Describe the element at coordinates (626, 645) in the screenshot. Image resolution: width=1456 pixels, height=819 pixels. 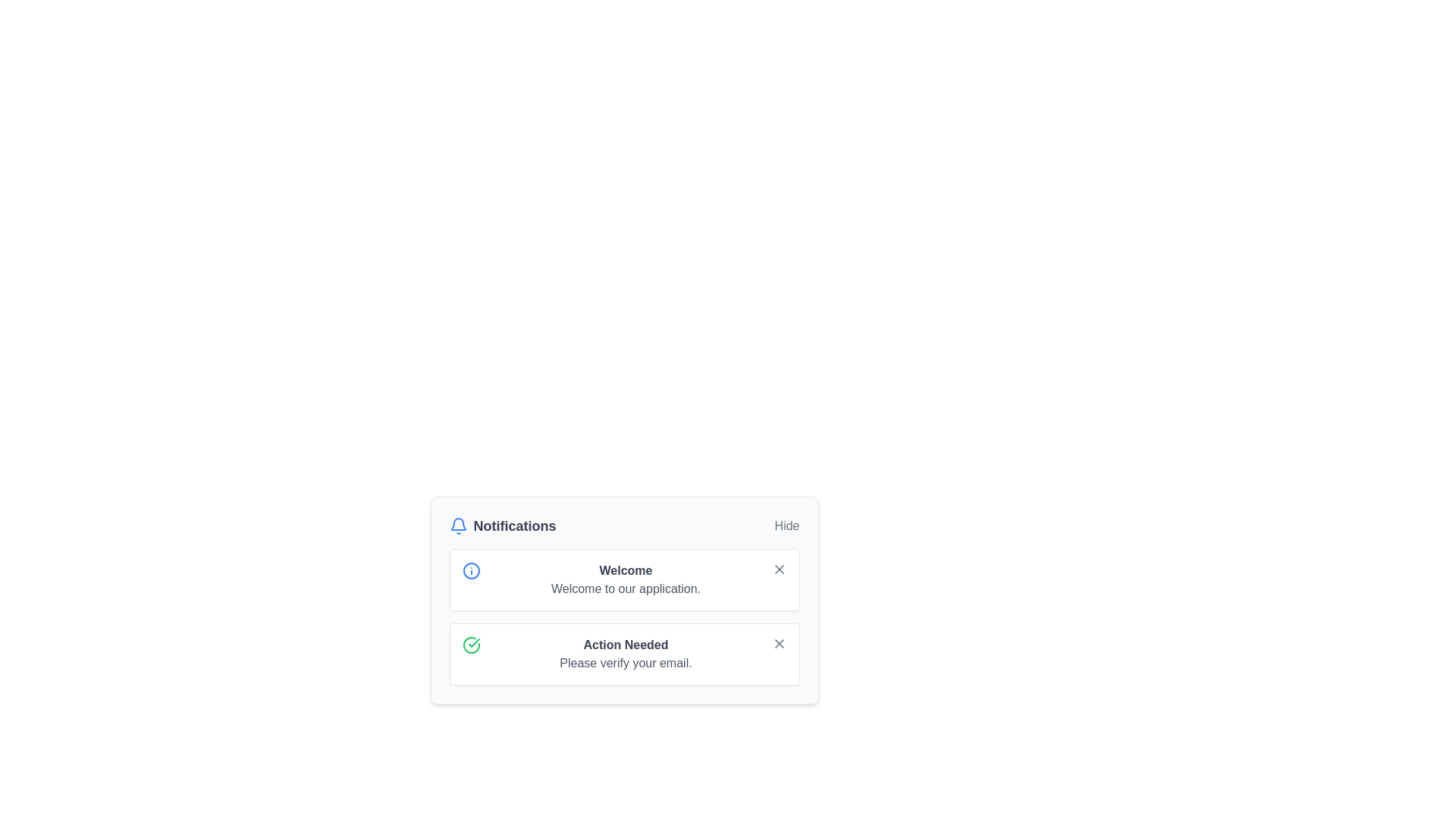
I see `the bold textual header displaying 'Action Needed' in dark gray, located above the supporting text and to the right of a green checkmark icon` at that location.